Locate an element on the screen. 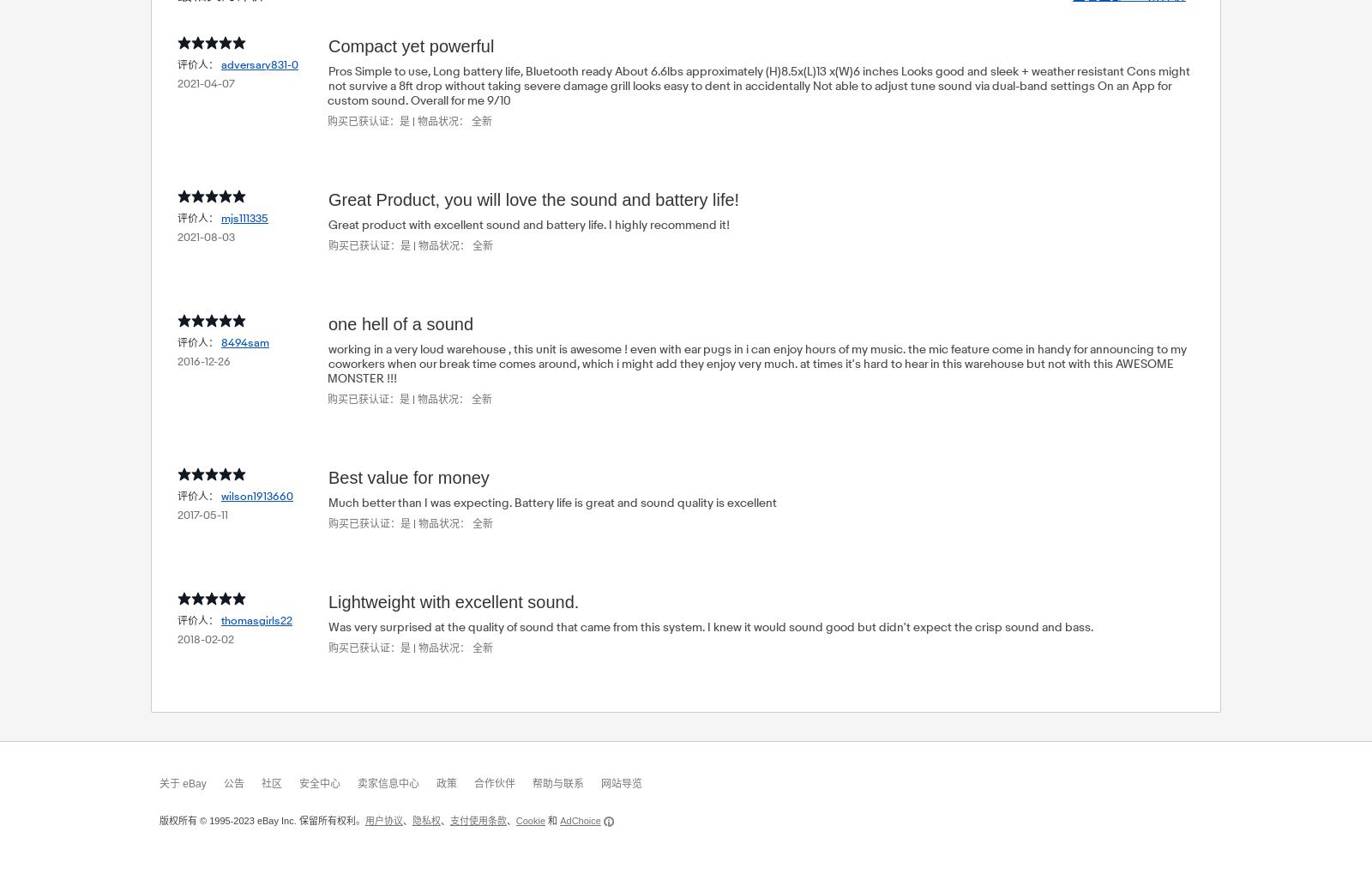  '2021-08-03' is located at coordinates (206, 237).